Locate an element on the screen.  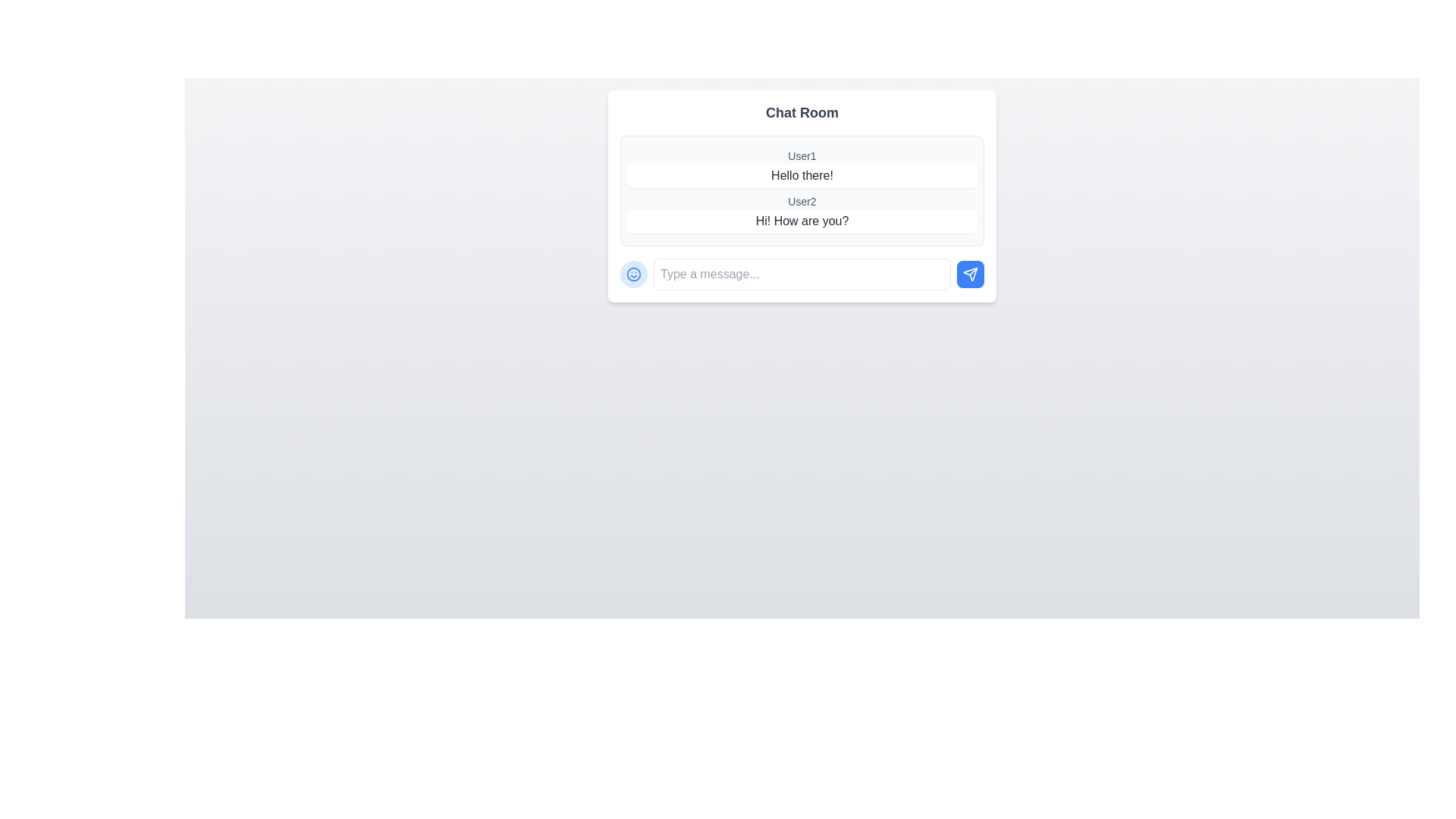
the 'Chat Room' static text label, which is styled in bold gray font and centered at the top of the chat interface panel is located at coordinates (801, 112).